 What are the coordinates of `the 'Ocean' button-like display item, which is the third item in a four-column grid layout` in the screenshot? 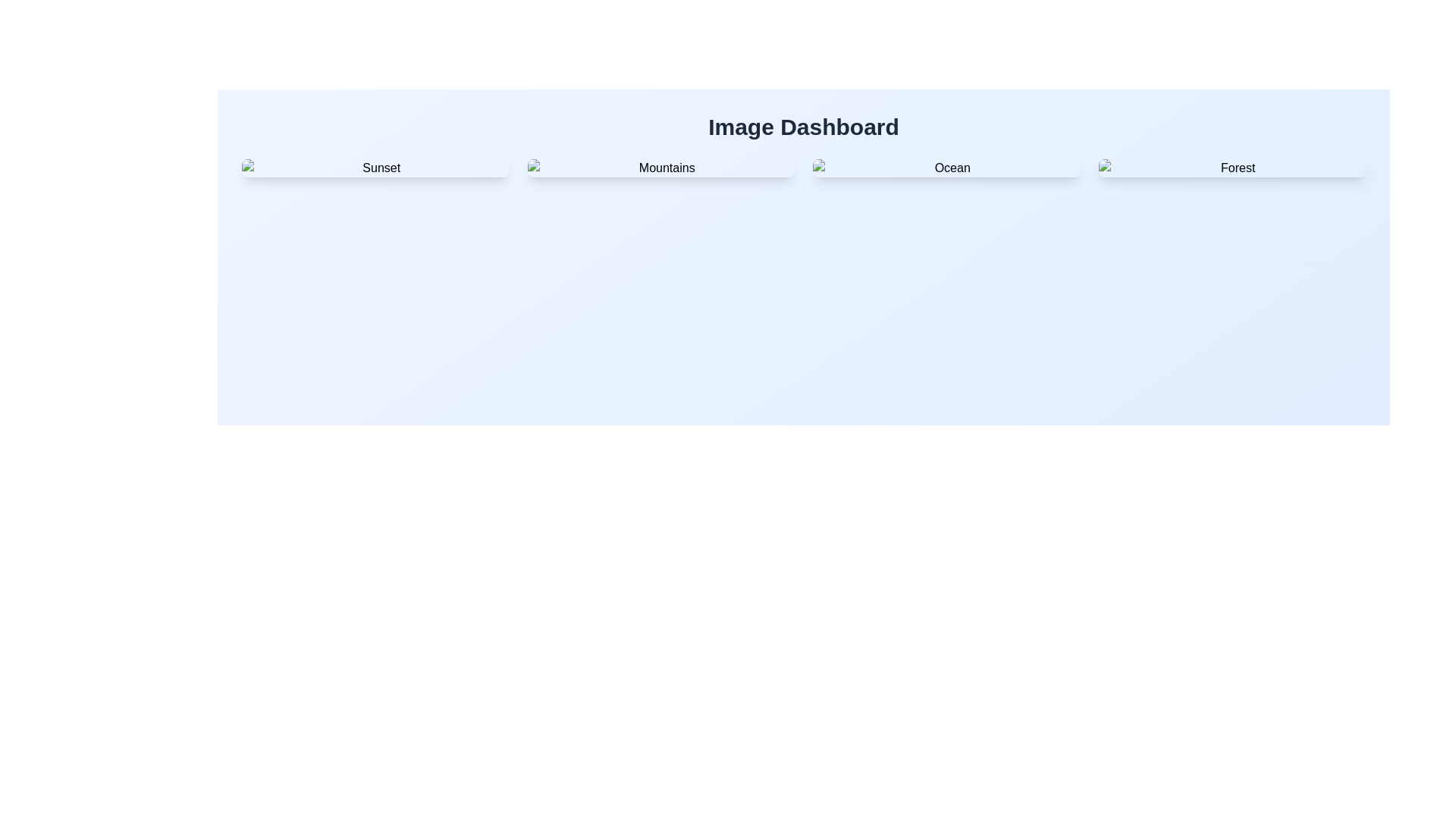 It's located at (946, 168).